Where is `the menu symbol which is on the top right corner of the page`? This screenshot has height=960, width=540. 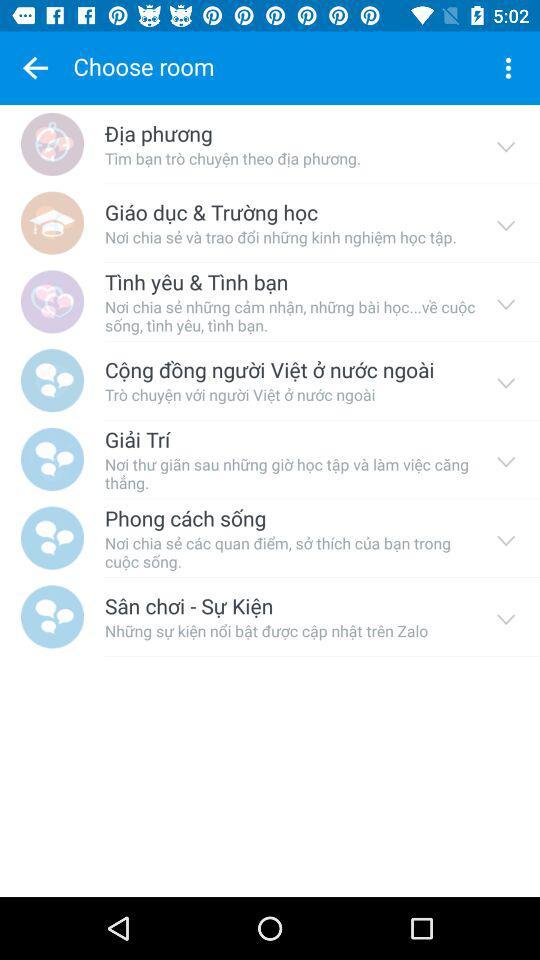 the menu symbol which is on the top right corner of the page is located at coordinates (508, 68).